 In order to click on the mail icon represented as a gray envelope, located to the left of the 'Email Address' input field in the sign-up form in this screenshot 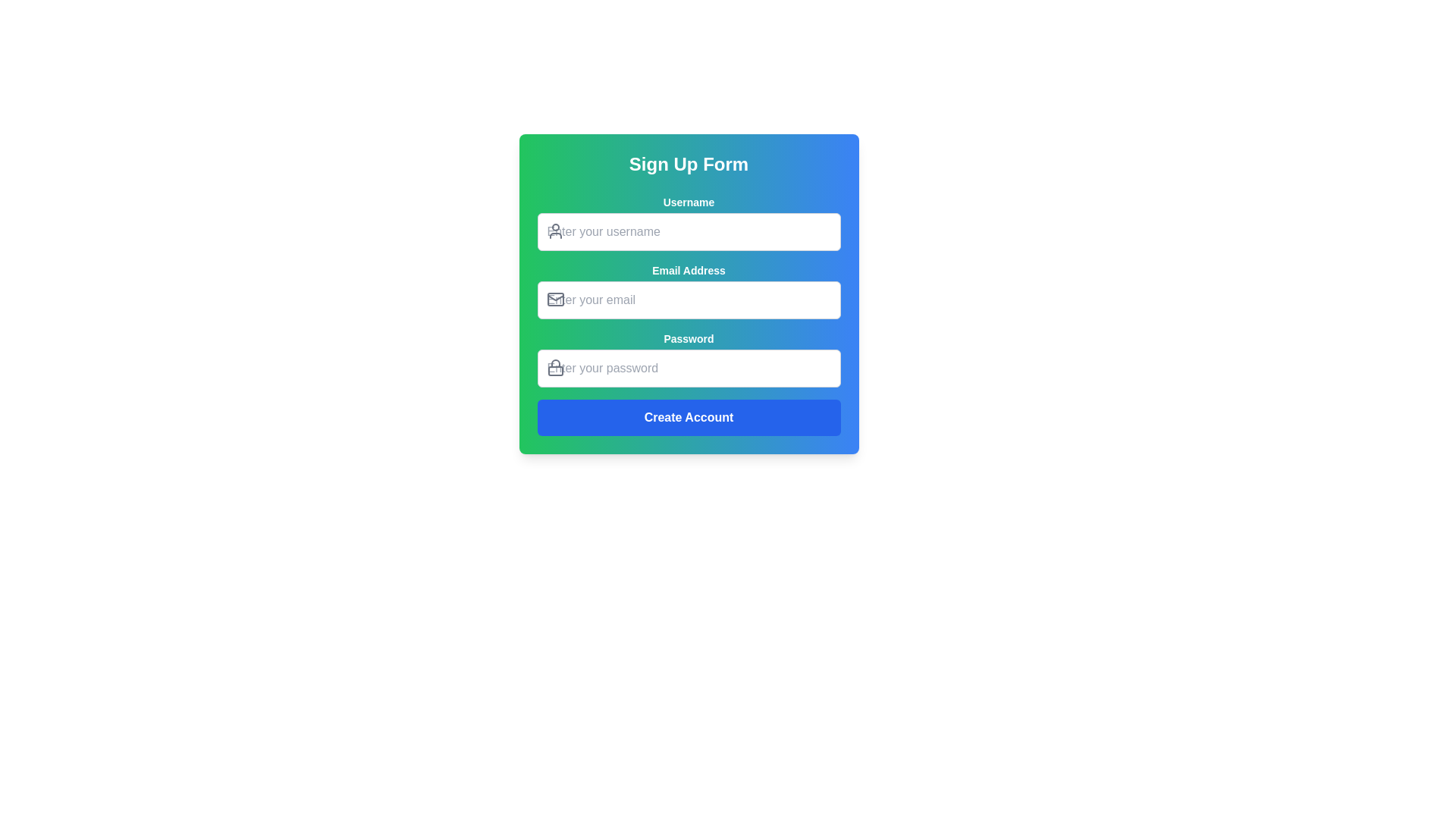, I will do `click(554, 299)`.